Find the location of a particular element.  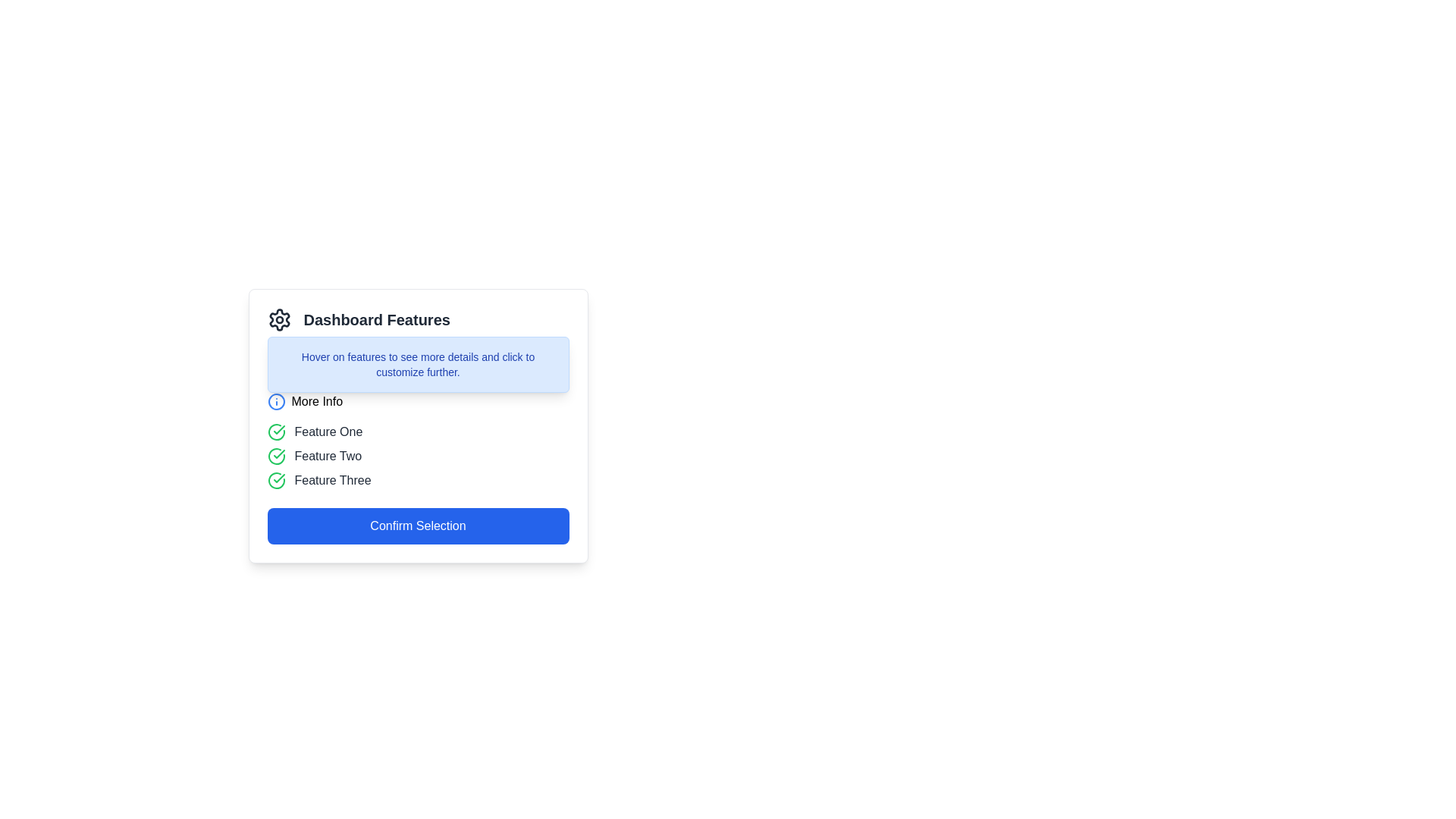

the selected icon that signifies 'Feature Two' is confirmed, located at the center-right of the label area is located at coordinates (279, 453).